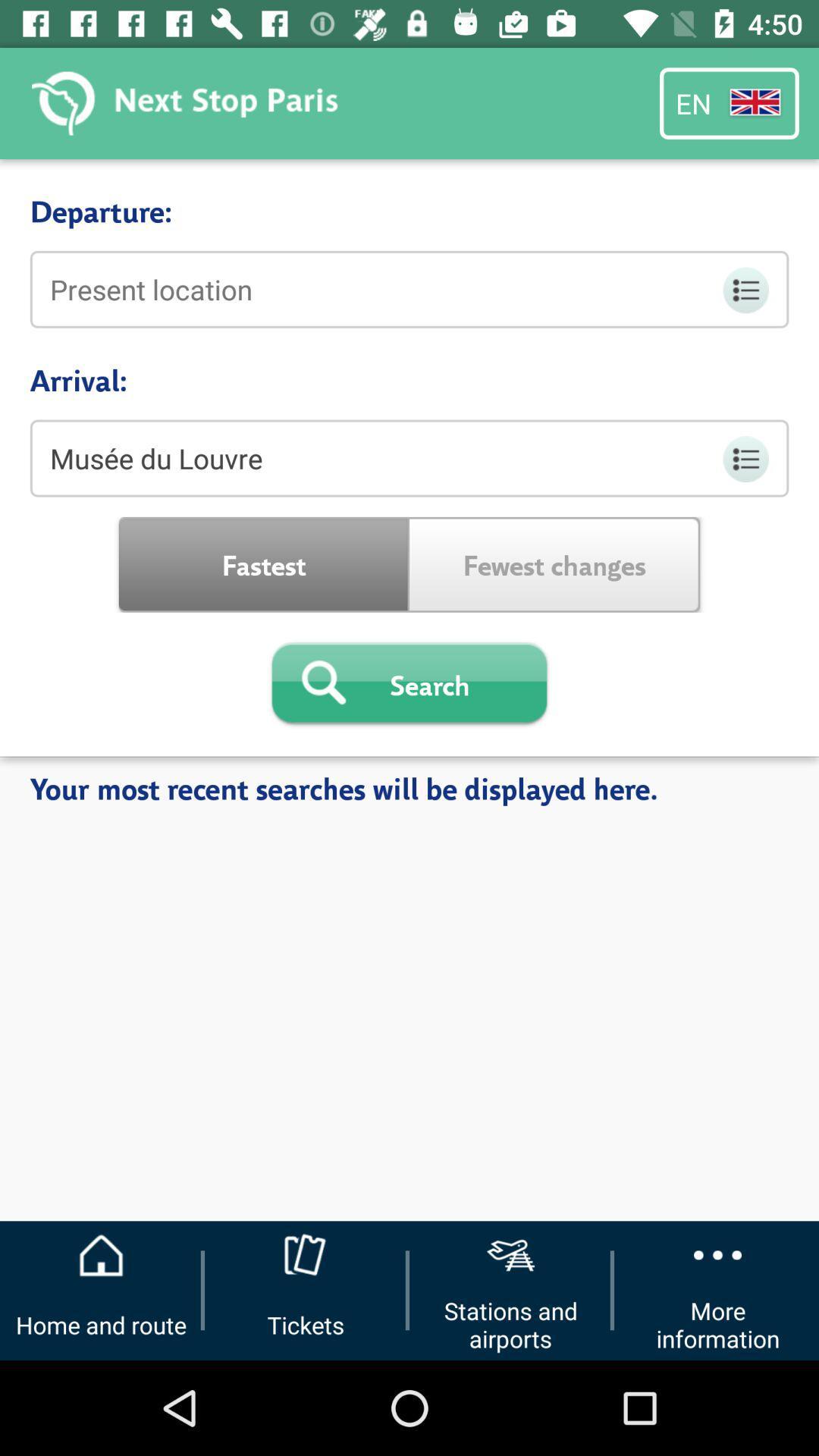  What do you see at coordinates (554, 563) in the screenshot?
I see `item above the search icon` at bounding box center [554, 563].